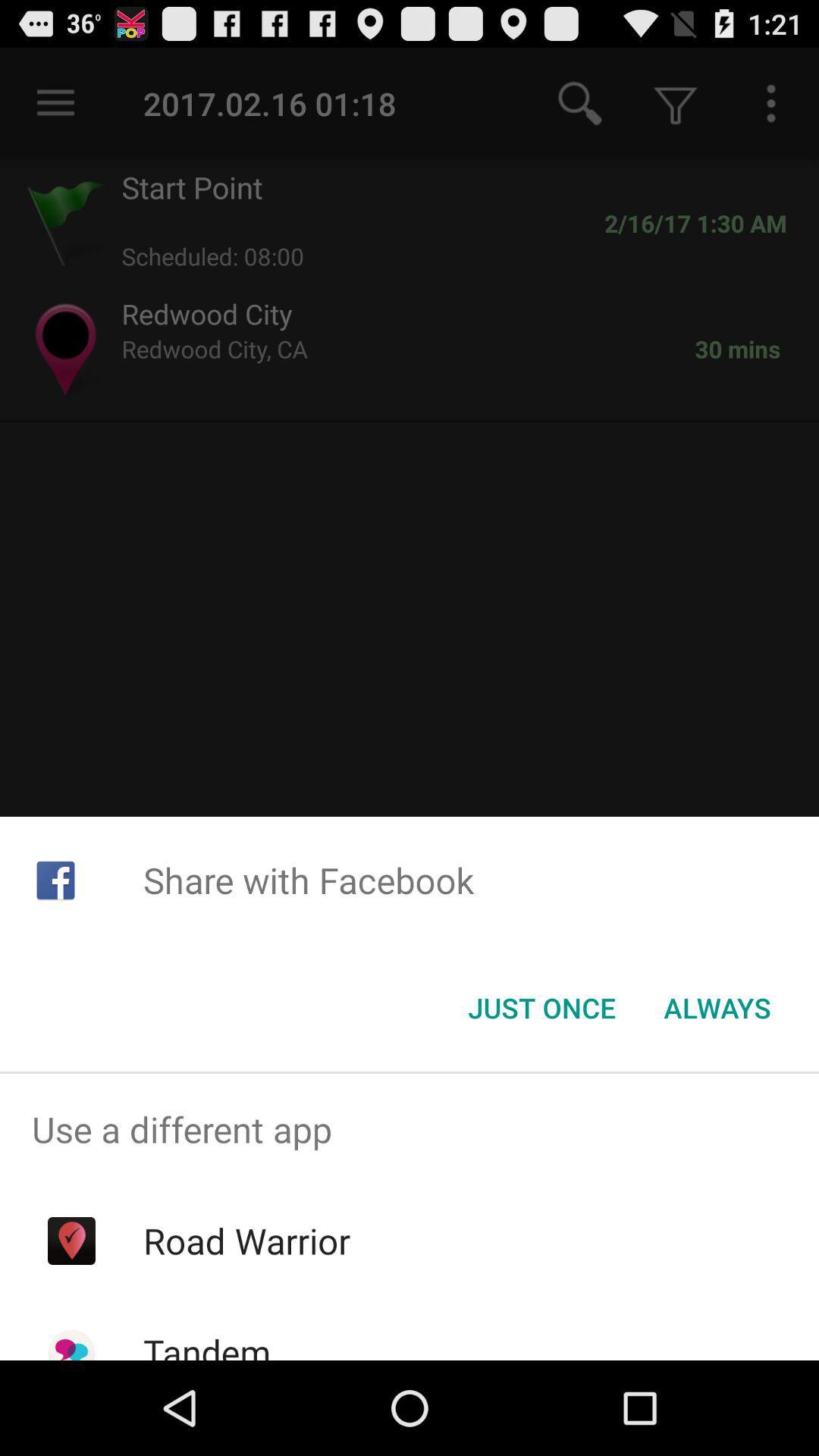 The width and height of the screenshot is (819, 1456). Describe the element at coordinates (246, 1241) in the screenshot. I see `icon above tandem app` at that location.